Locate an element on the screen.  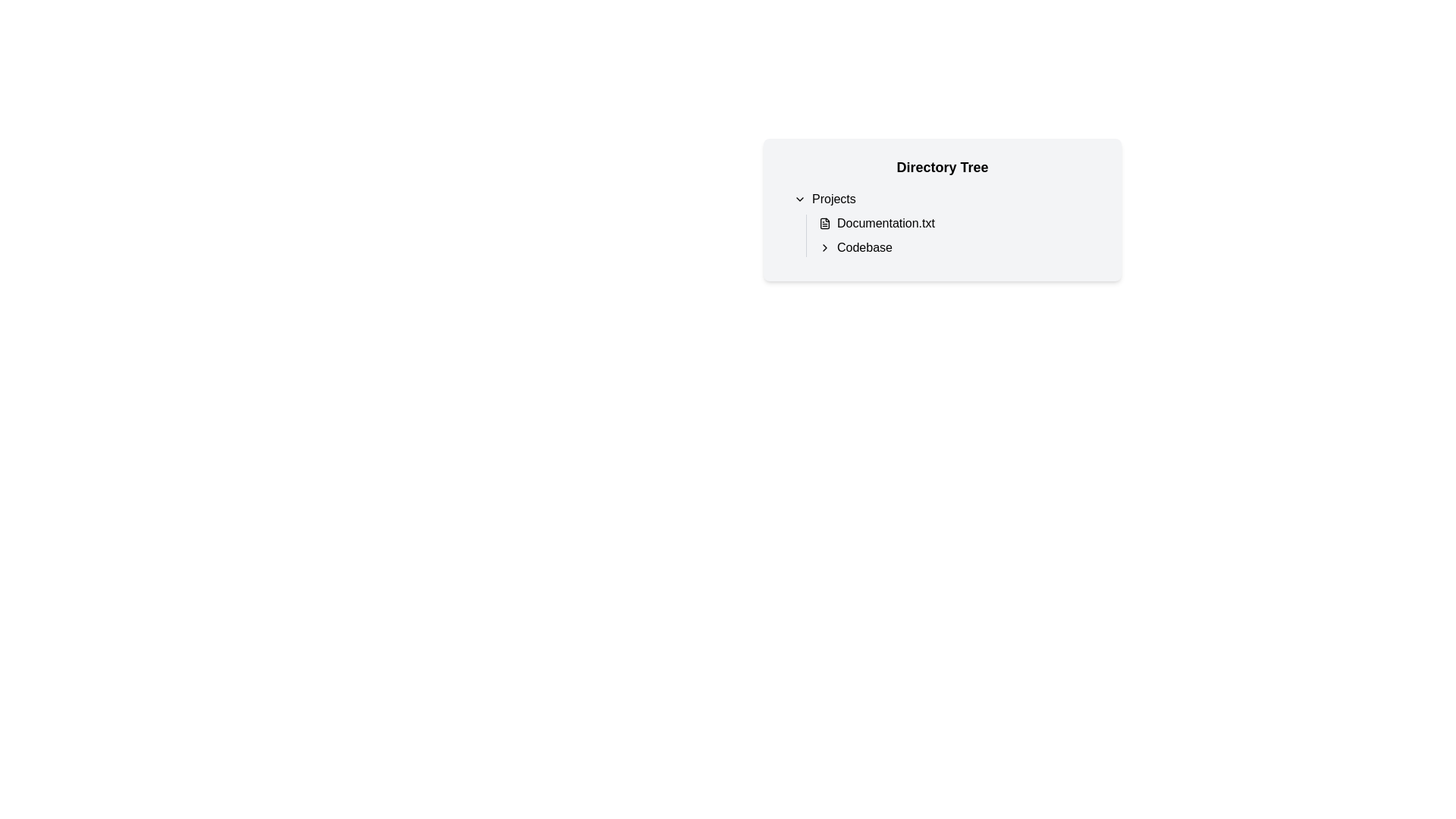
the 'Codebase' static text label in the 'Projects' section of the directory tree interface, which is adjacent to the chevron icon is located at coordinates (864, 247).